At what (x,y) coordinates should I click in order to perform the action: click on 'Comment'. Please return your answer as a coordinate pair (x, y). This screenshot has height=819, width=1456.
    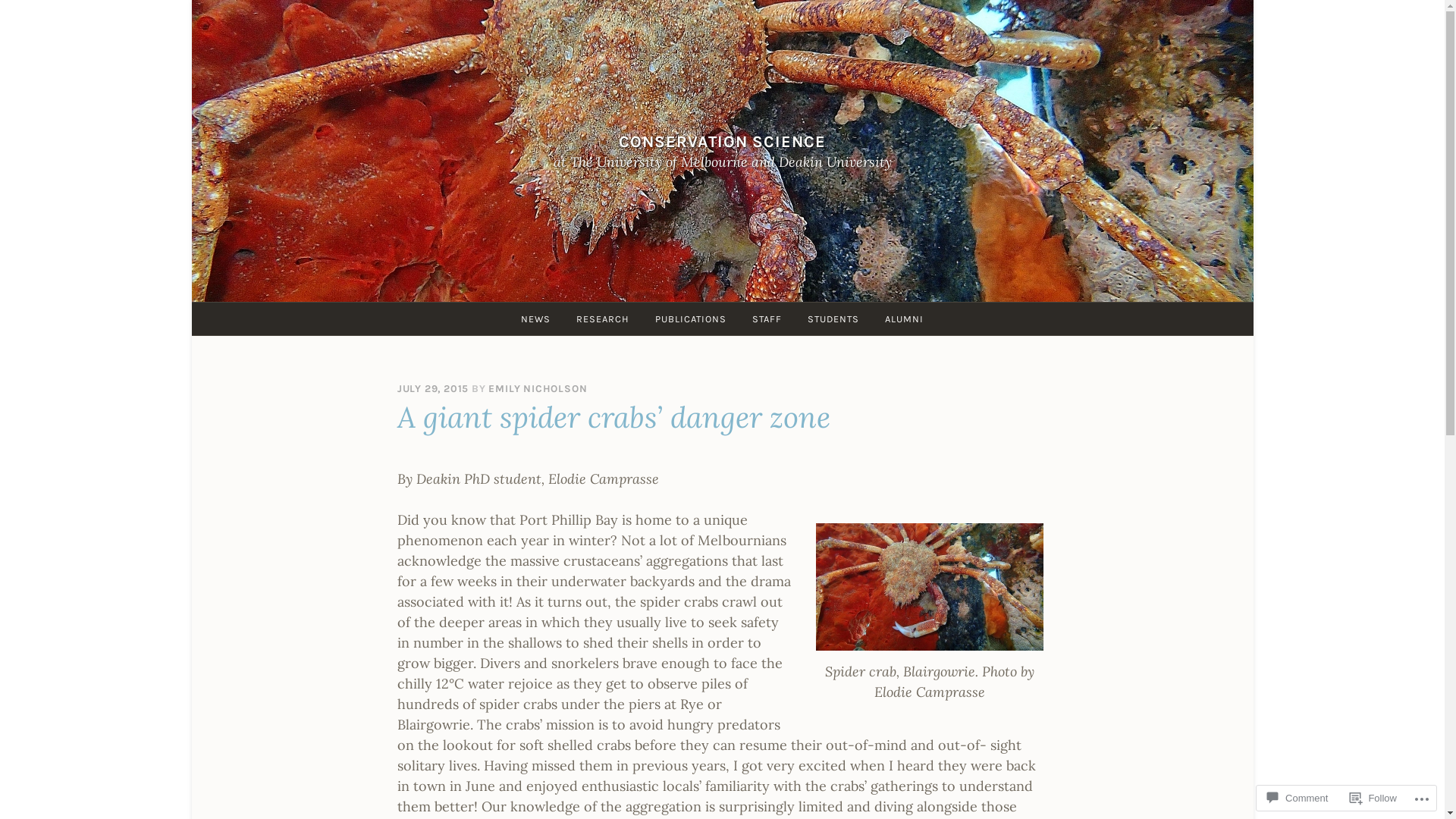
    Looking at the image, I should click on (1296, 797).